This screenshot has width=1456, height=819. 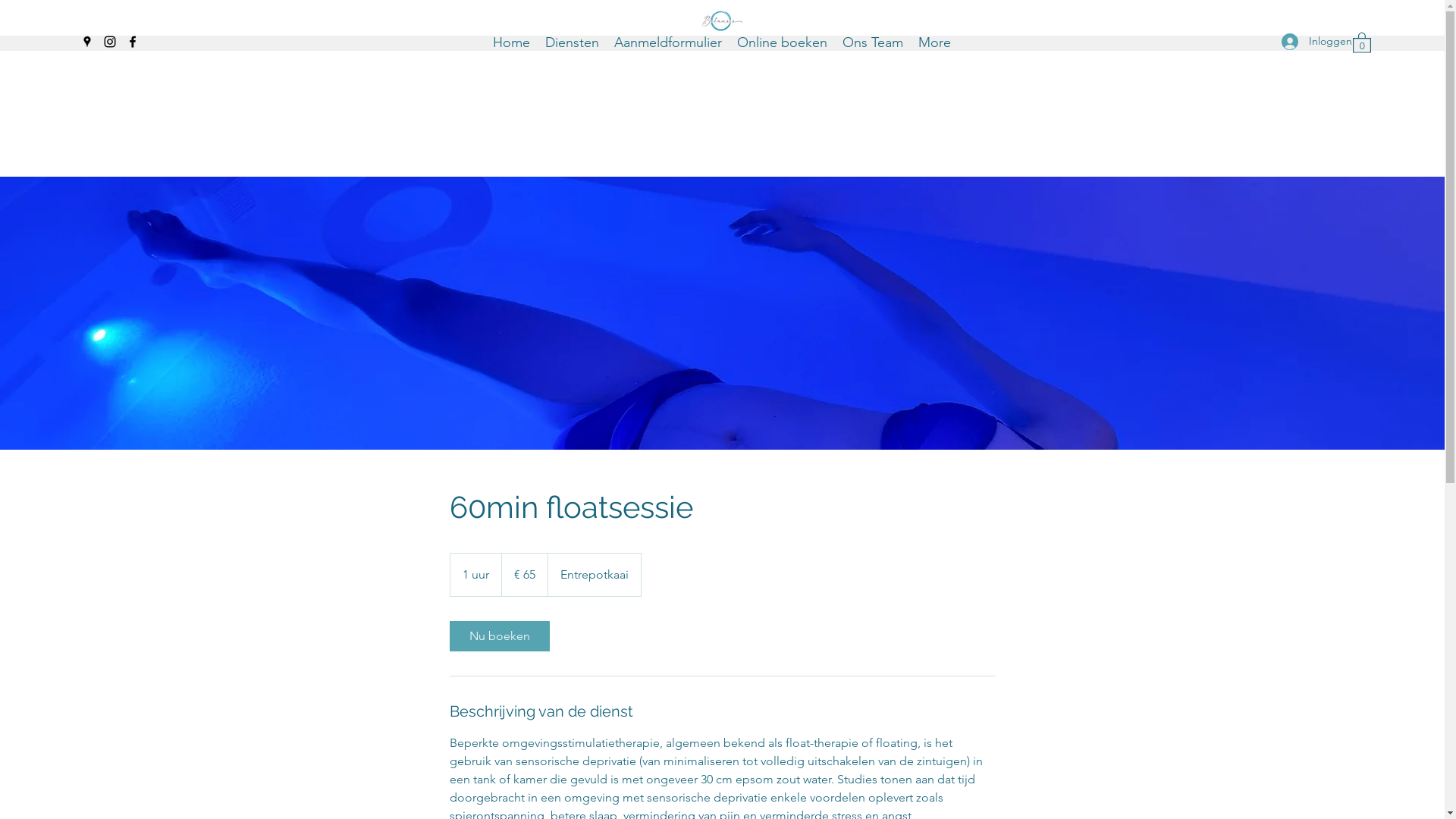 What do you see at coordinates (511, 40) in the screenshot?
I see `'Home'` at bounding box center [511, 40].